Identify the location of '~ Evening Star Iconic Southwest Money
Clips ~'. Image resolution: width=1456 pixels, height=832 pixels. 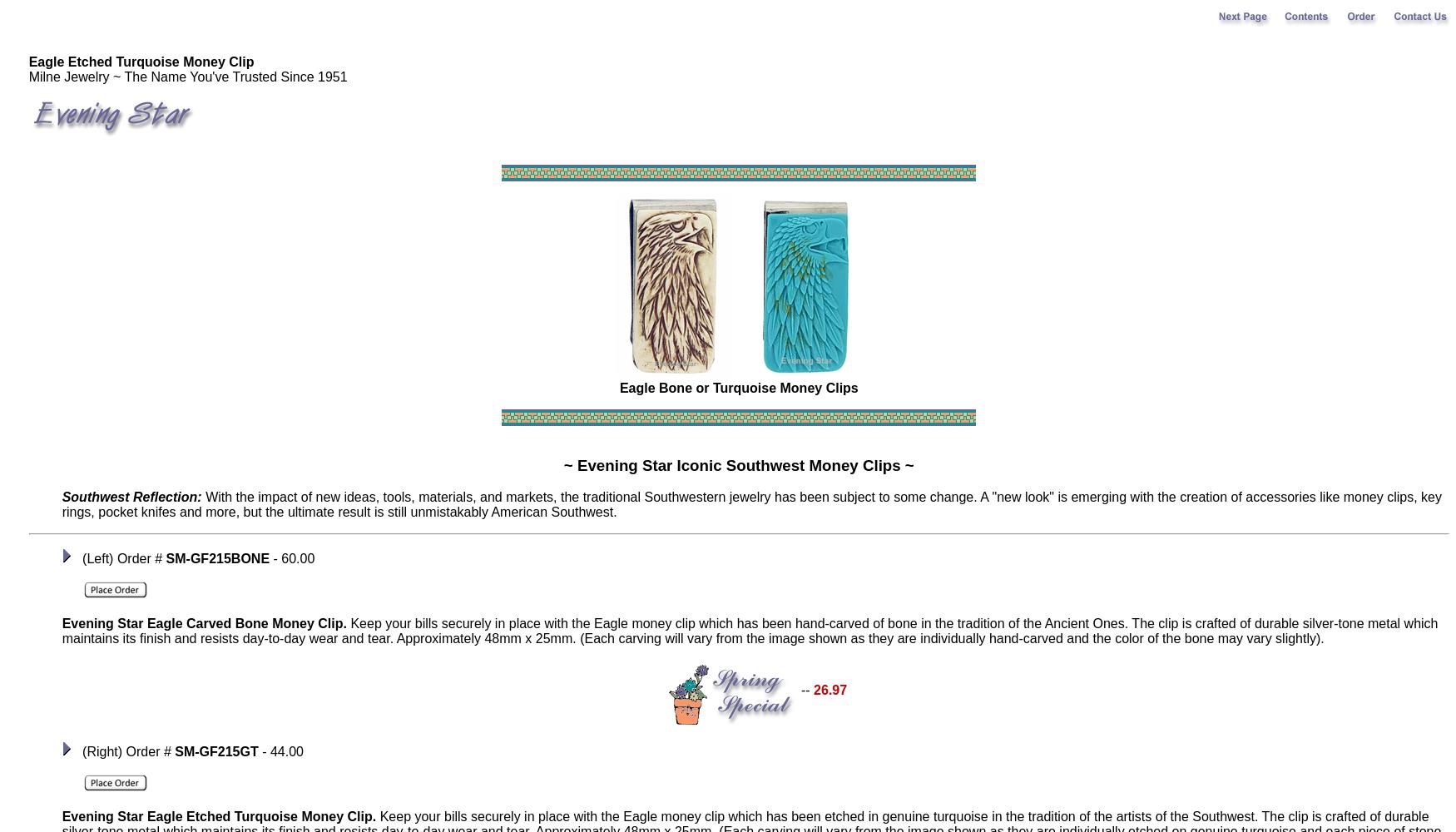
(737, 464).